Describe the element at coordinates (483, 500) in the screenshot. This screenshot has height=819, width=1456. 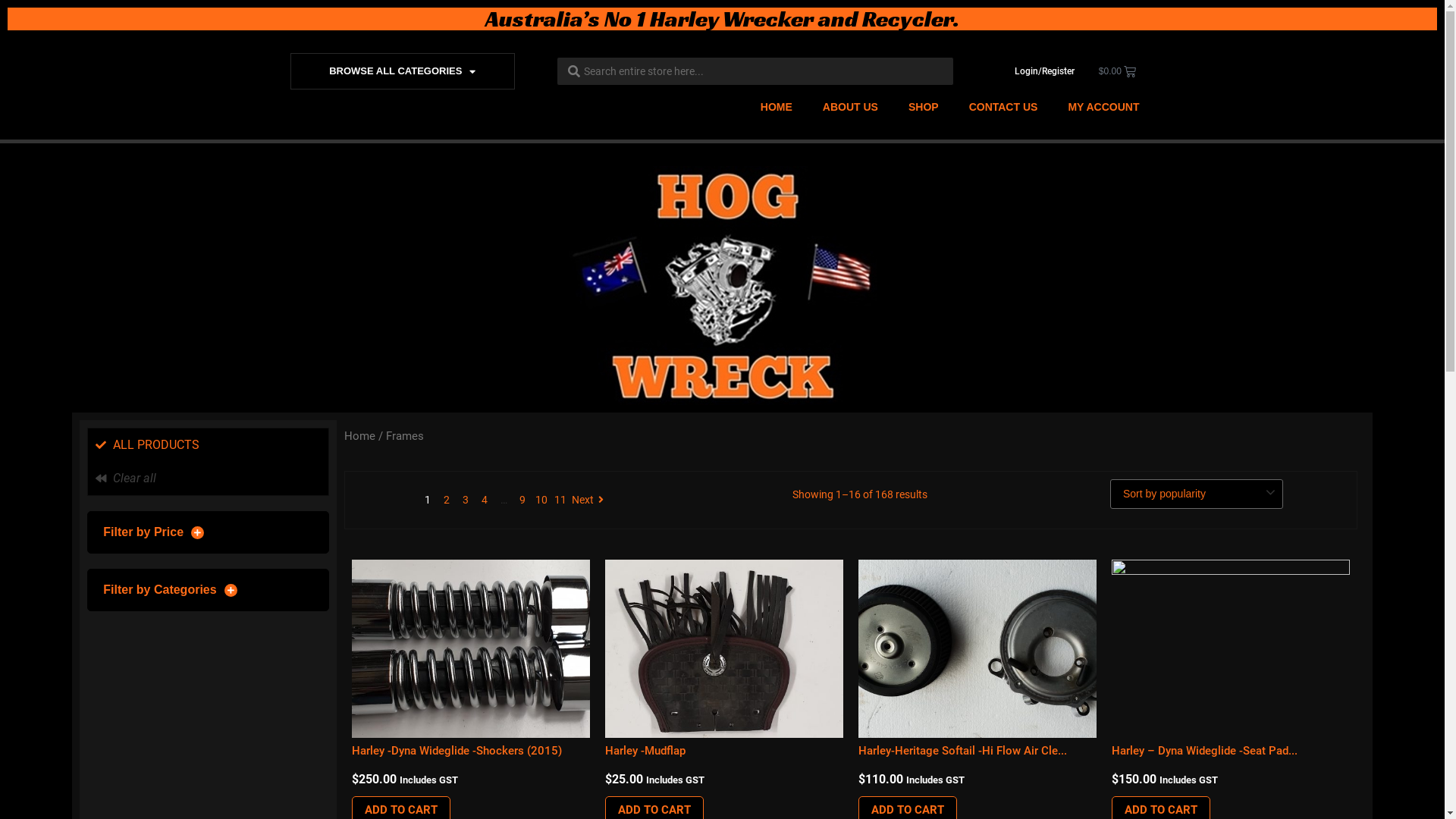
I see `'4'` at that location.